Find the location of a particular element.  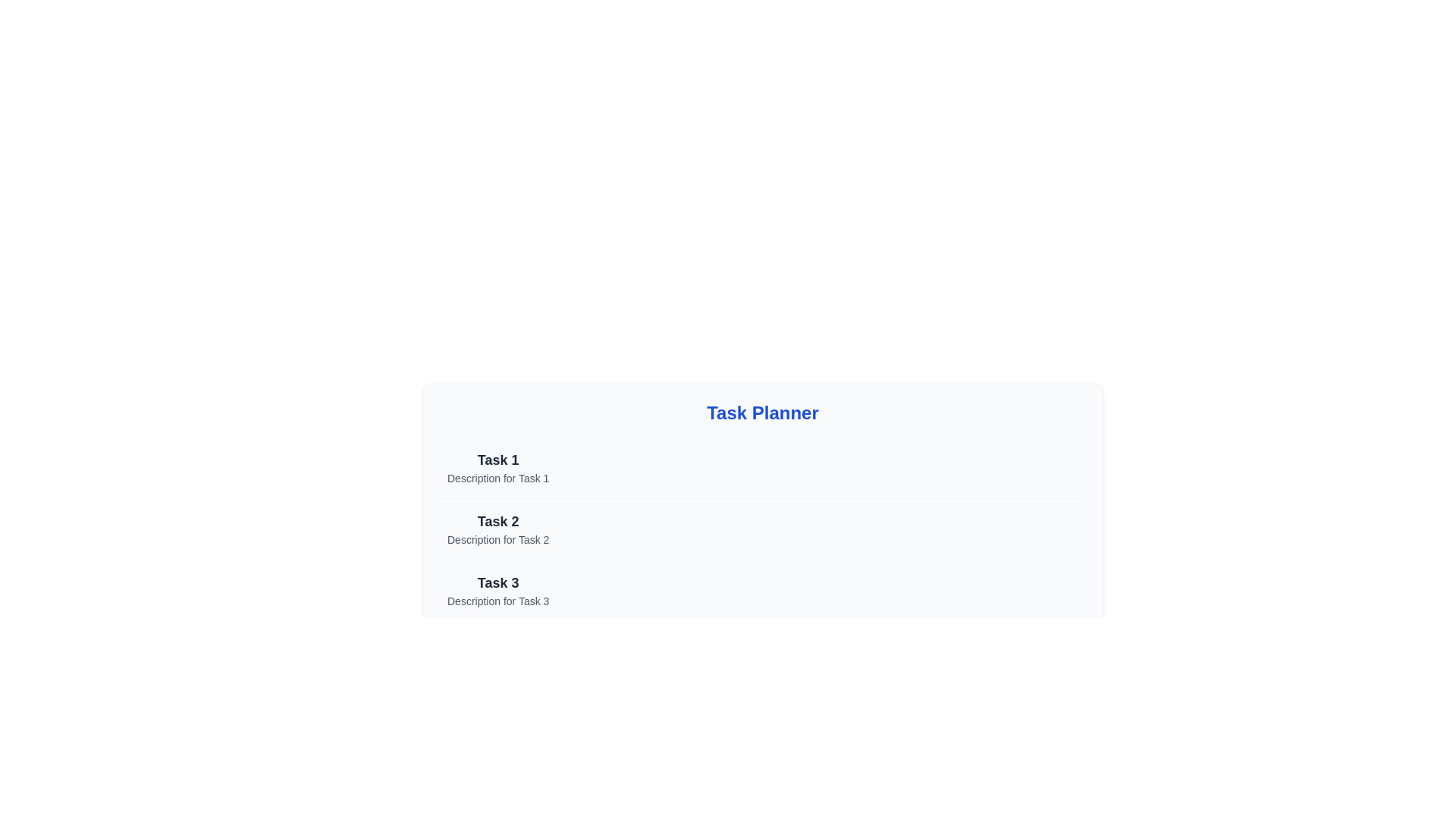

the Text Display element that shows the title 'Task 1' and description 'Description for Task 1', located under 'Task Planner' is located at coordinates (498, 467).